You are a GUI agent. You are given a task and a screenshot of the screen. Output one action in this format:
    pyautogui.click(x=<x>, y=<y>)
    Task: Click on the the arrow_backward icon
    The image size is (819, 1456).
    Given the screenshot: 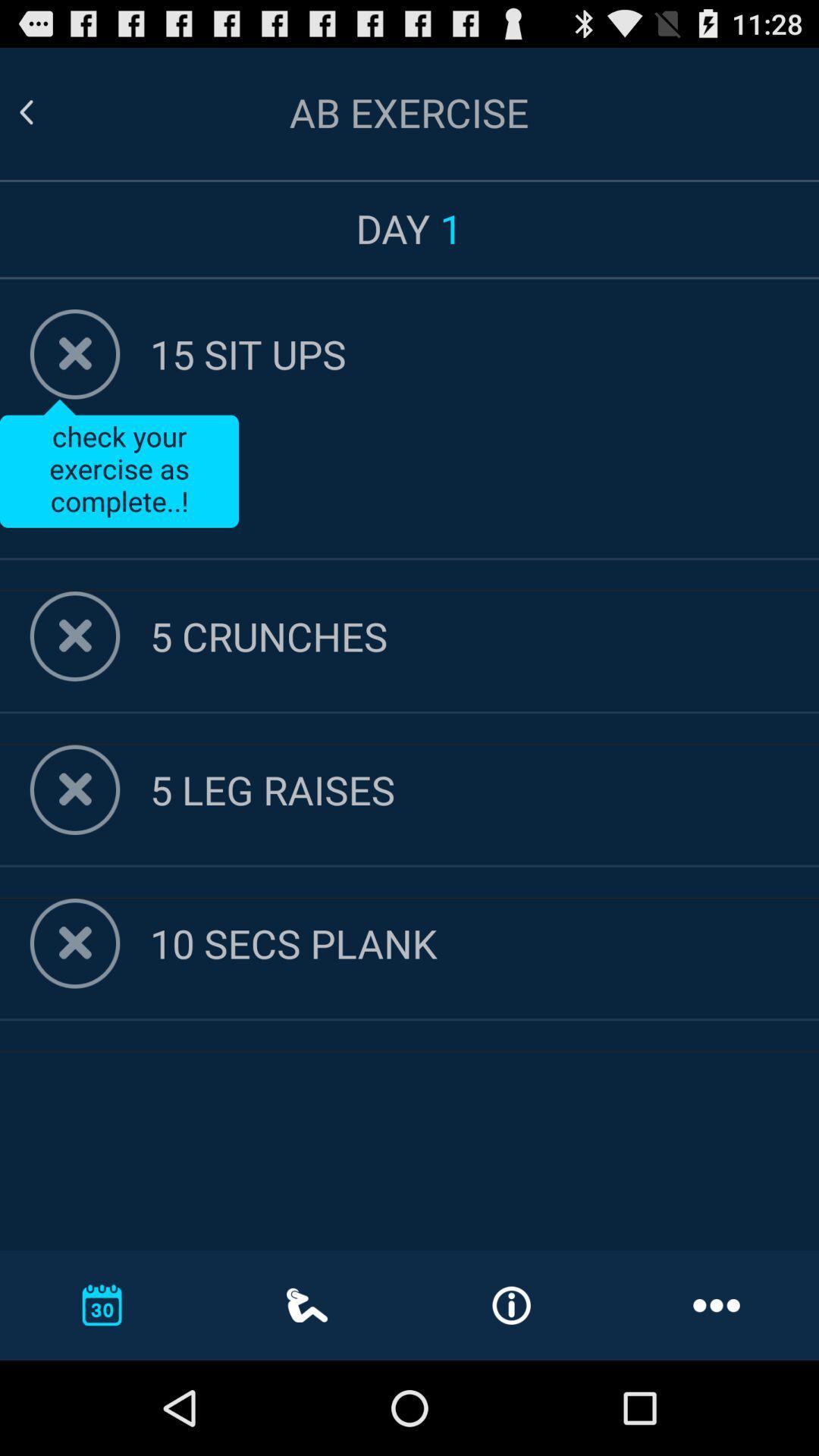 What is the action you would take?
    pyautogui.click(x=44, y=119)
    